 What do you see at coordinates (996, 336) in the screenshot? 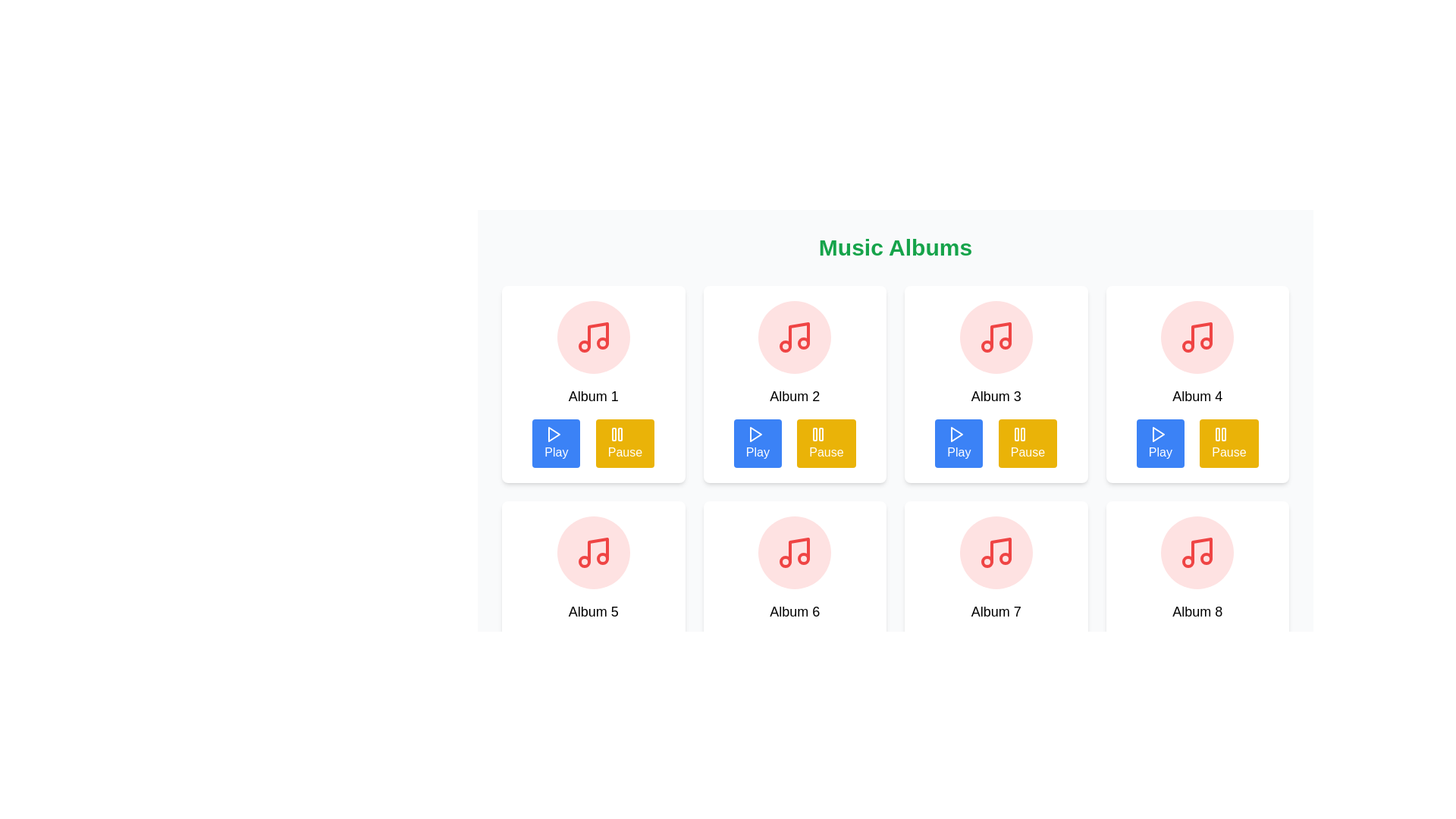
I see `the music album icon representing 'Album 3', which is centrally located in its tile above the text 'Album 3'` at bounding box center [996, 336].